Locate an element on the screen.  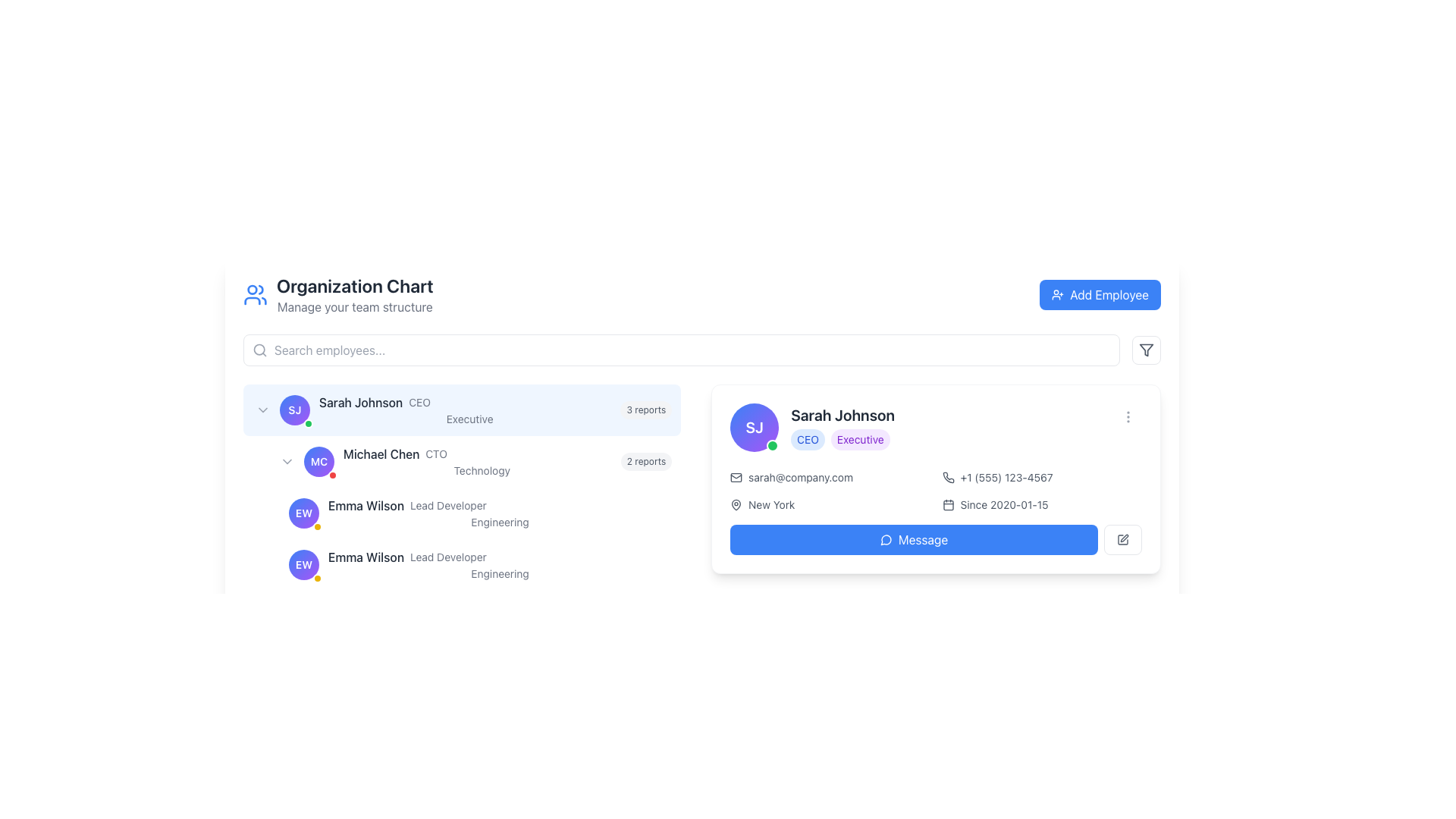
the Vertical Ellipsis Button located at the top-right corner of Sarah Johnson's detailed view is located at coordinates (1128, 417).